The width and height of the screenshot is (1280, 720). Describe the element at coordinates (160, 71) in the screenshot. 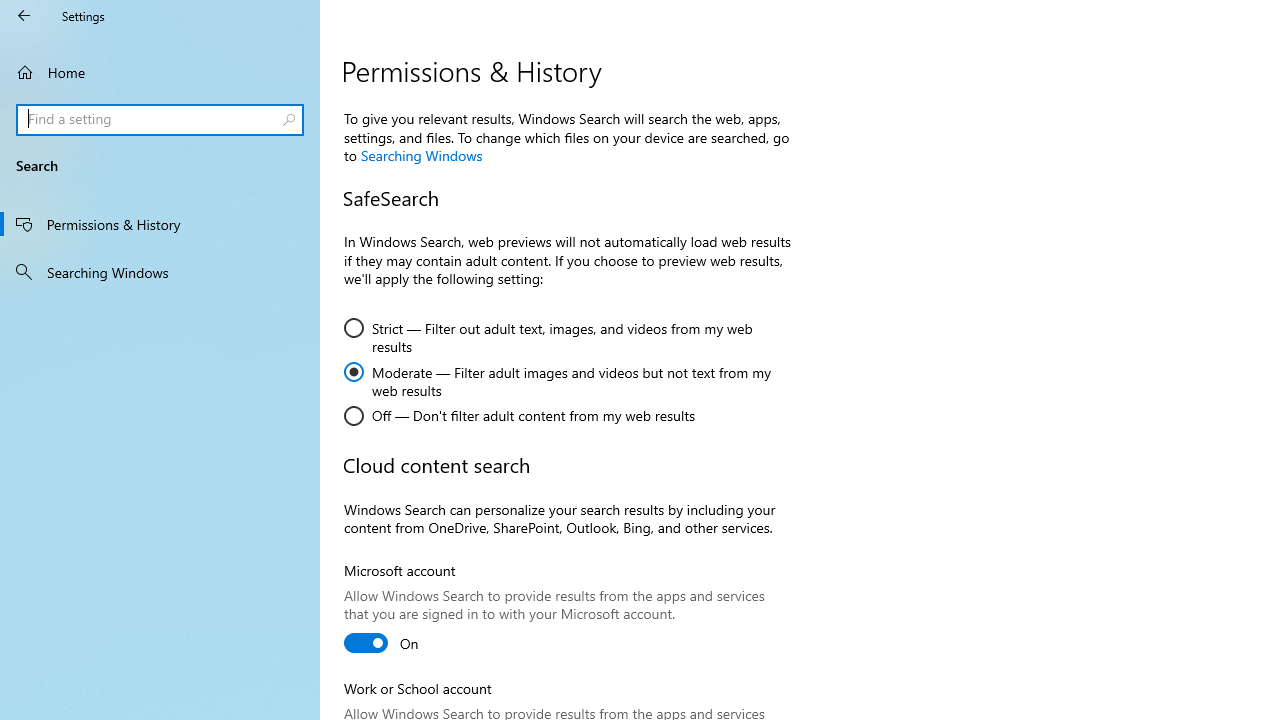

I see `'Home'` at that location.